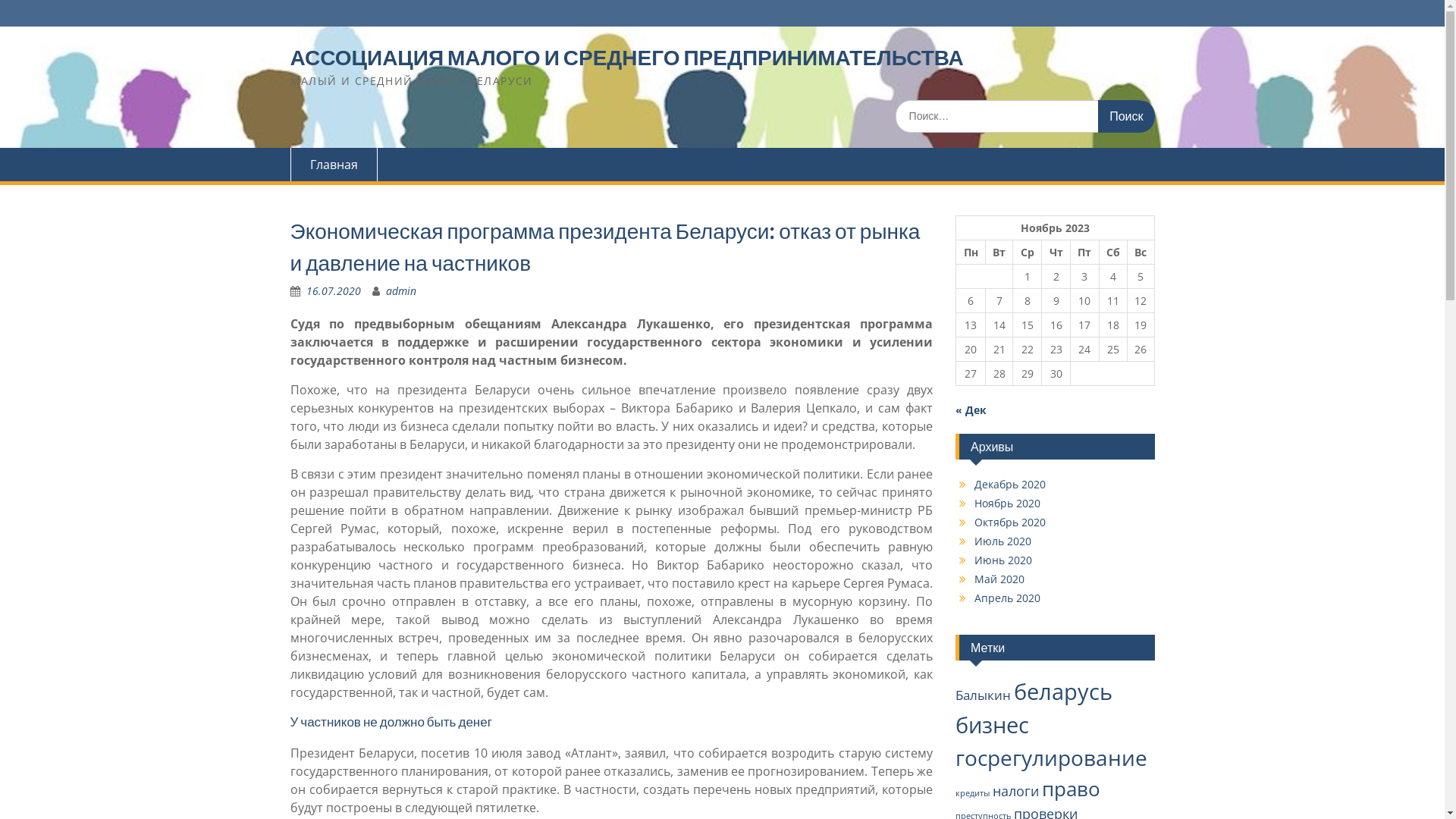  What do you see at coordinates (333, 290) in the screenshot?
I see `'16.07.2020'` at bounding box center [333, 290].